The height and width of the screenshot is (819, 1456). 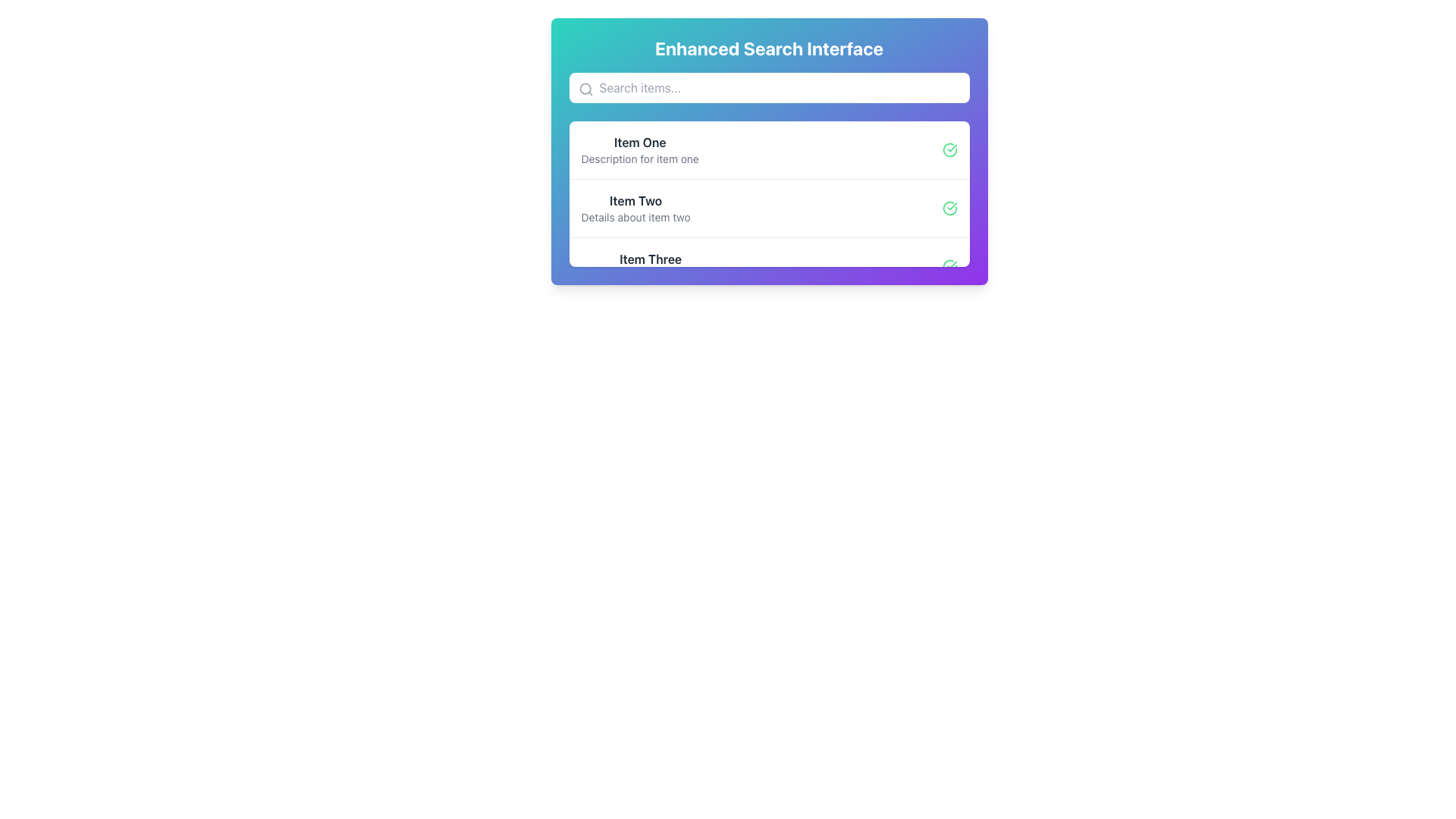 I want to click on the Text Label located in the third row of a list within a card layout, which serves as a title for the associated entry, so click(x=651, y=259).